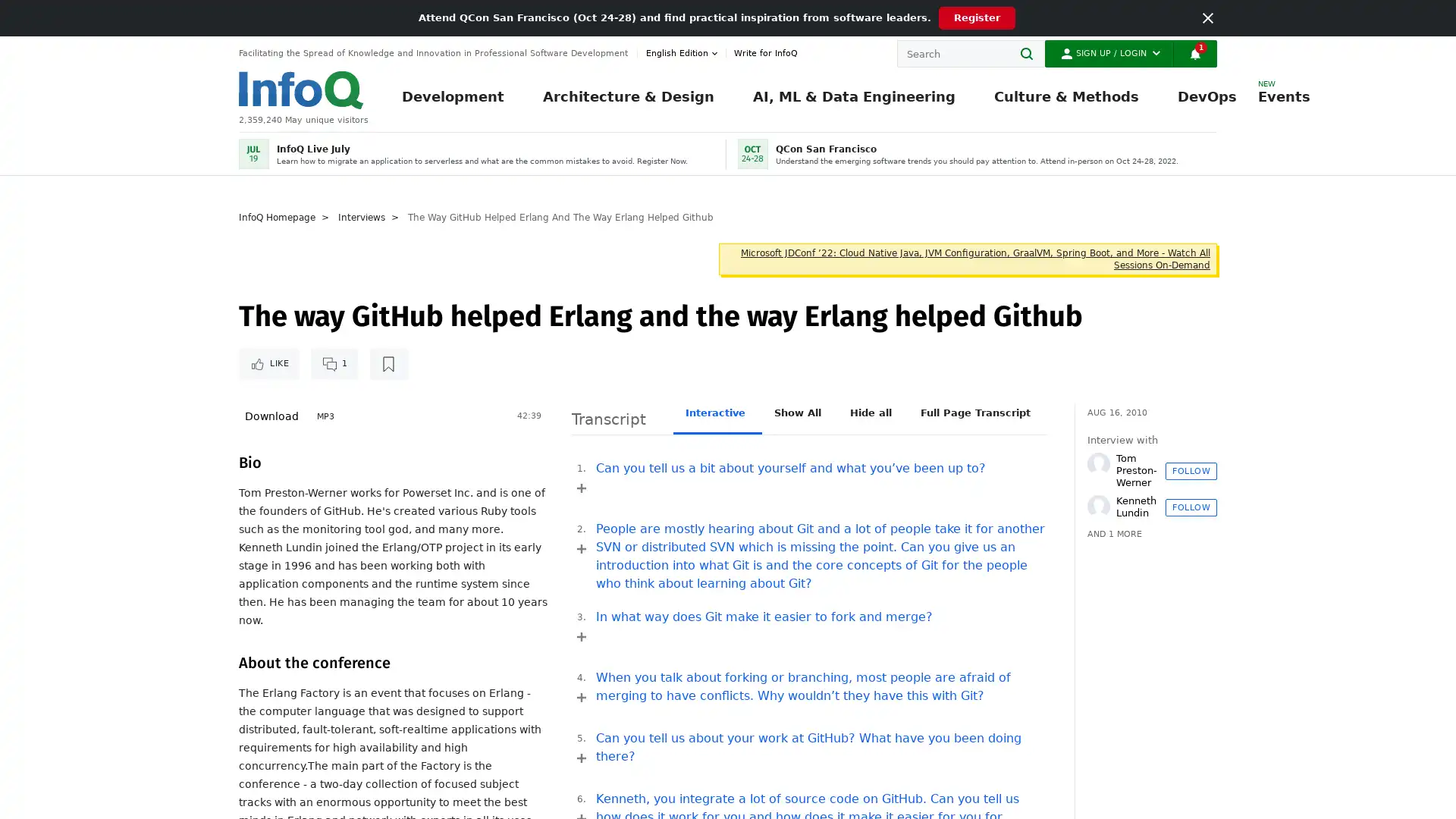 This screenshot has width=1456, height=819. What do you see at coordinates (683, 52) in the screenshot?
I see `English edition` at bounding box center [683, 52].